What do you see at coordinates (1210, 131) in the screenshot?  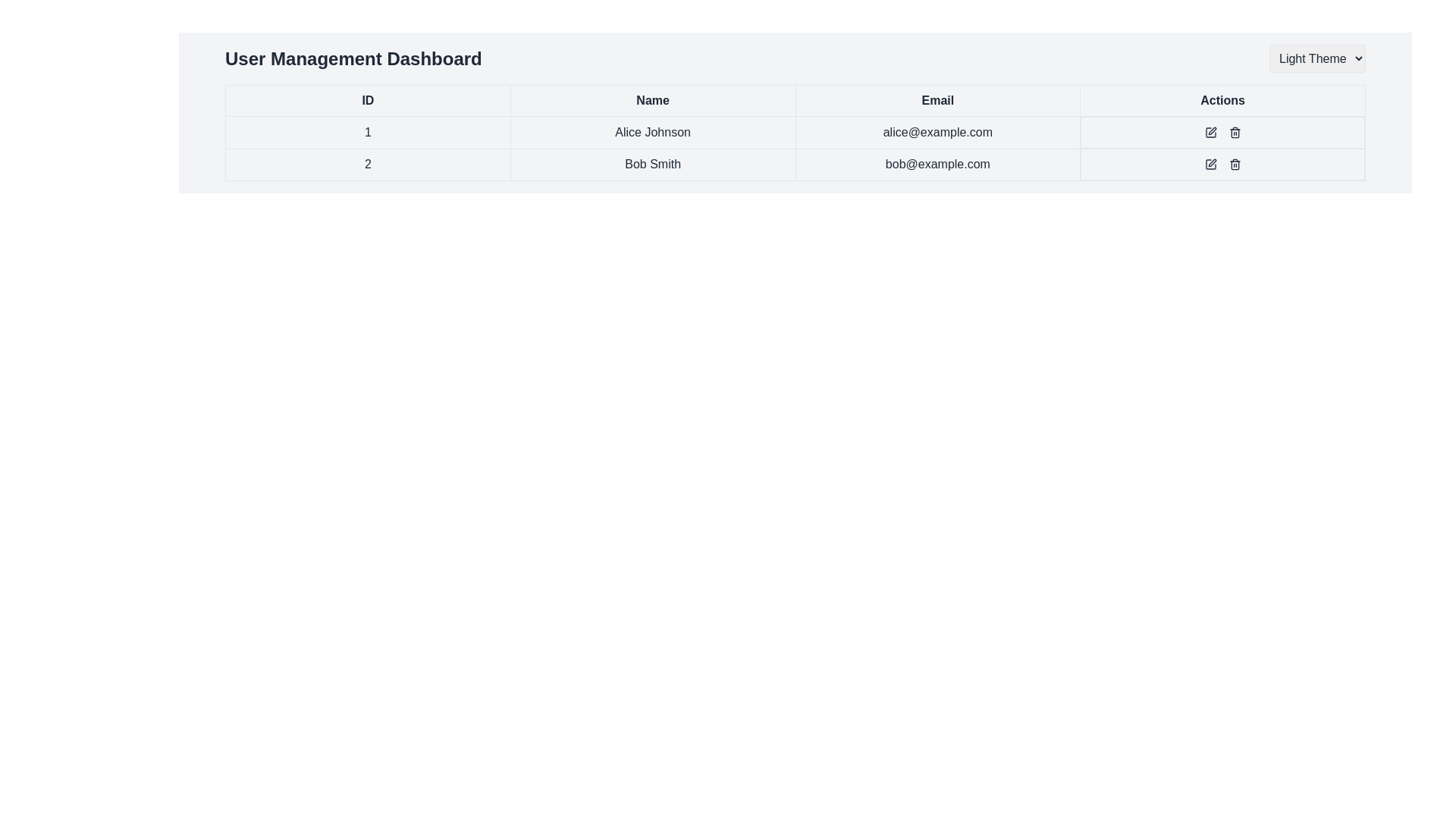 I see `the SVG icon button with a pen overlay located in the Actions column of the User Management Dashboard for the user 'Alice Johnson'` at bounding box center [1210, 131].